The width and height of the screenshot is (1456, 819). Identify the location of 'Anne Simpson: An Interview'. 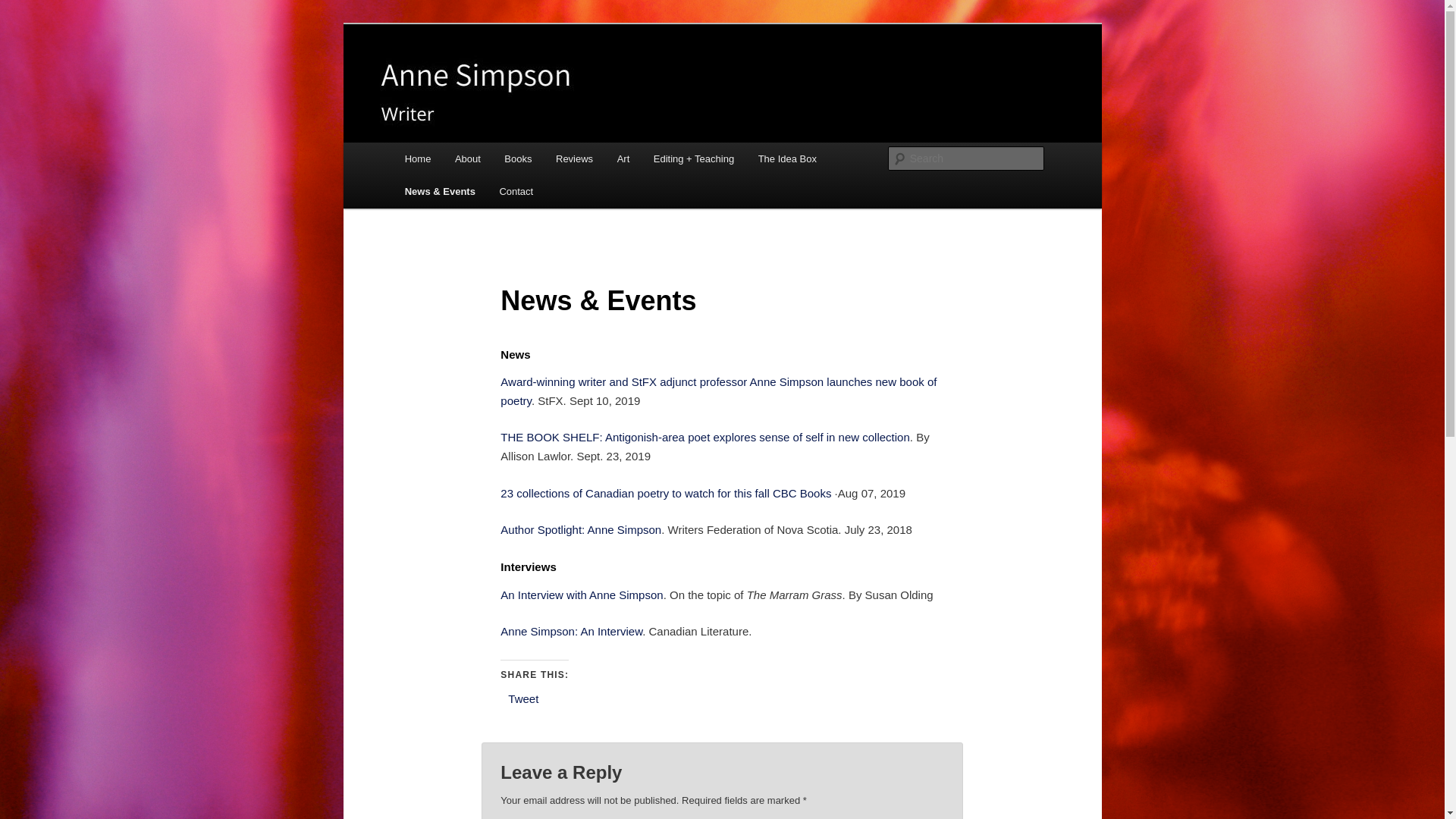
(570, 631).